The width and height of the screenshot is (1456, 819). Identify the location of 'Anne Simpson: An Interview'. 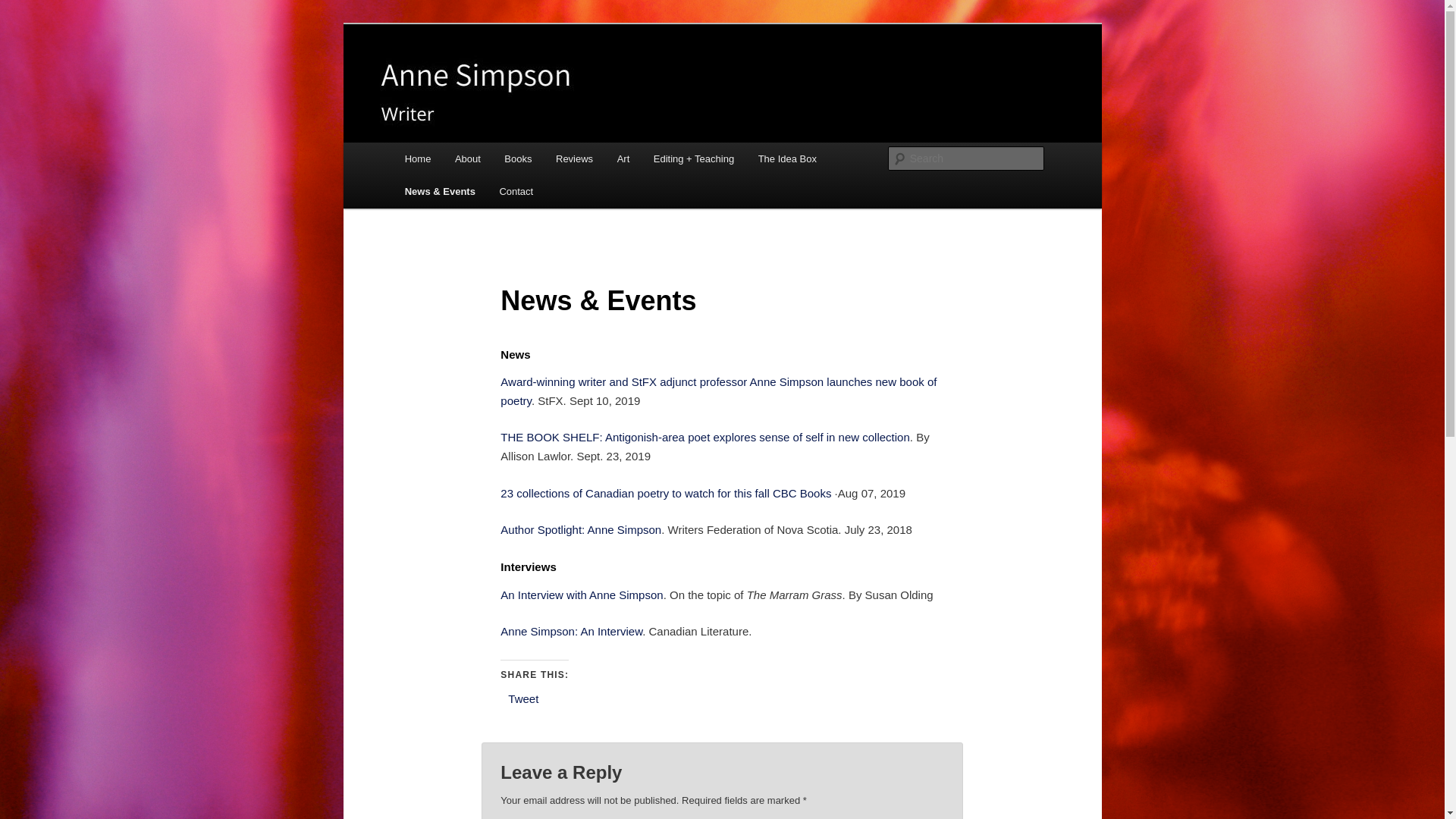
(570, 631).